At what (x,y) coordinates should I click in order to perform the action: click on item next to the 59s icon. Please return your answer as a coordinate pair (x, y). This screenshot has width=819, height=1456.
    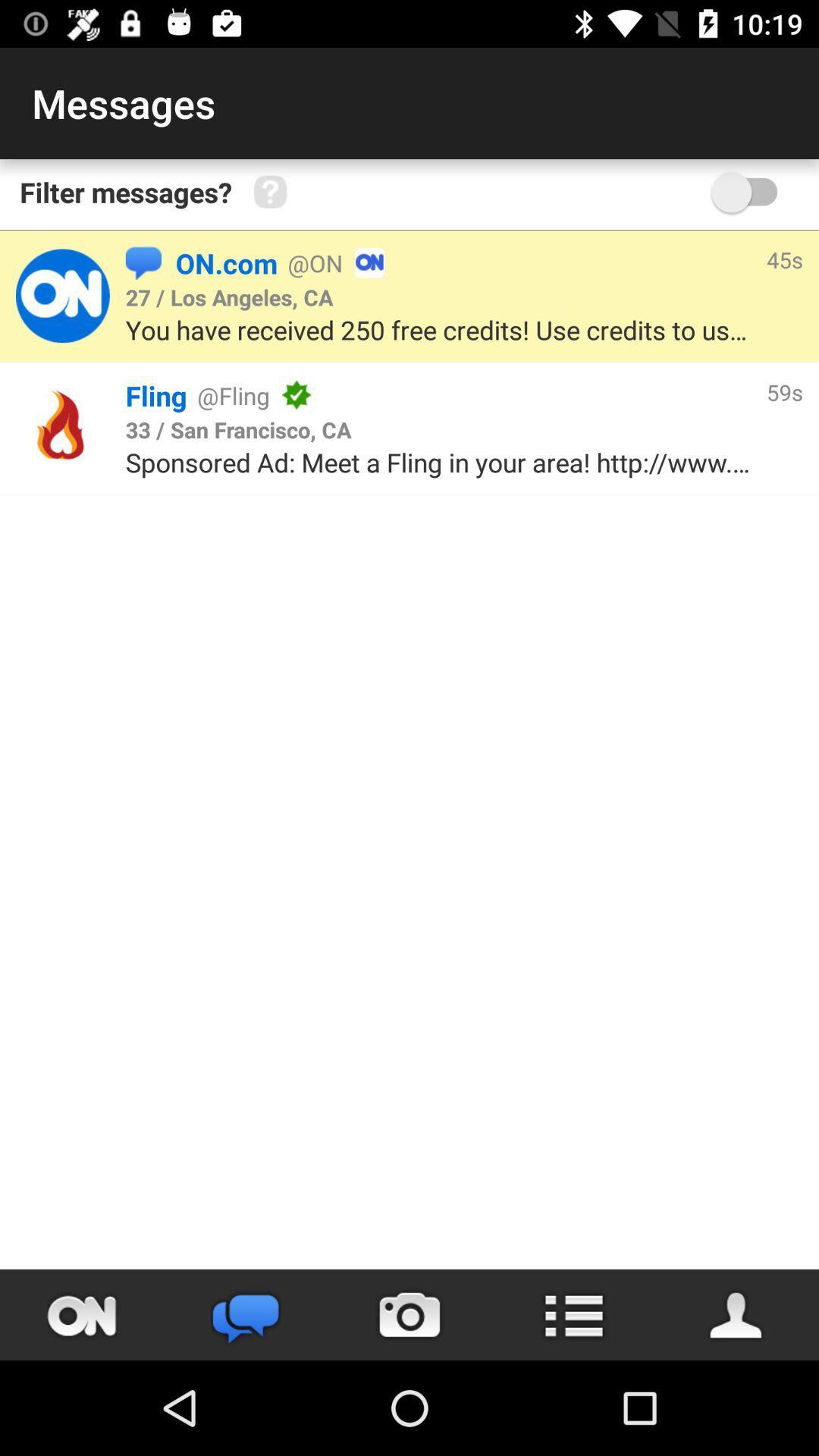
    Looking at the image, I should click on (530, 395).